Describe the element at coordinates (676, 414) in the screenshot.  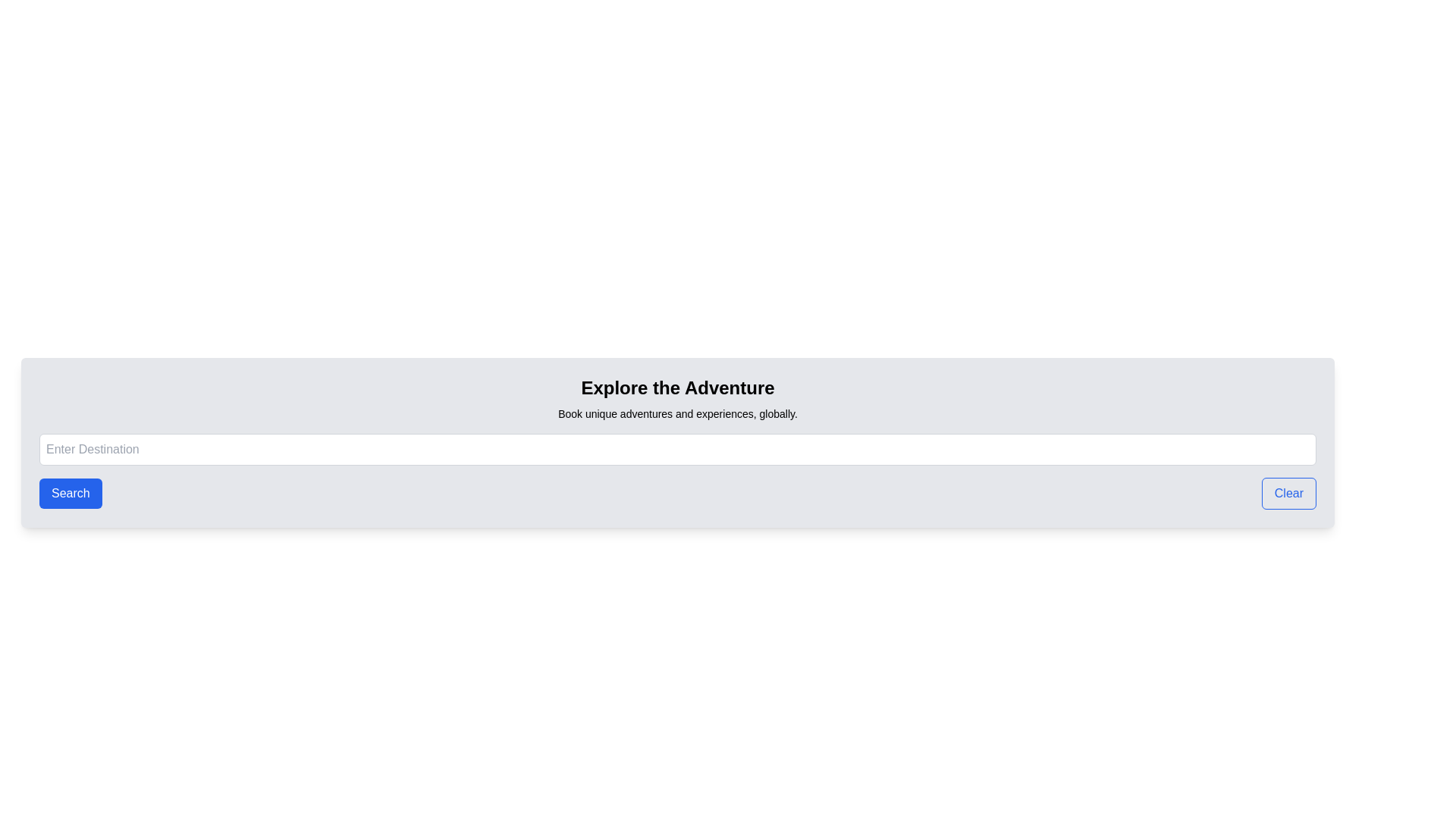
I see `the descriptive text element located beneath the title 'Explore the Adventure', which provides additional context about the application` at that location.